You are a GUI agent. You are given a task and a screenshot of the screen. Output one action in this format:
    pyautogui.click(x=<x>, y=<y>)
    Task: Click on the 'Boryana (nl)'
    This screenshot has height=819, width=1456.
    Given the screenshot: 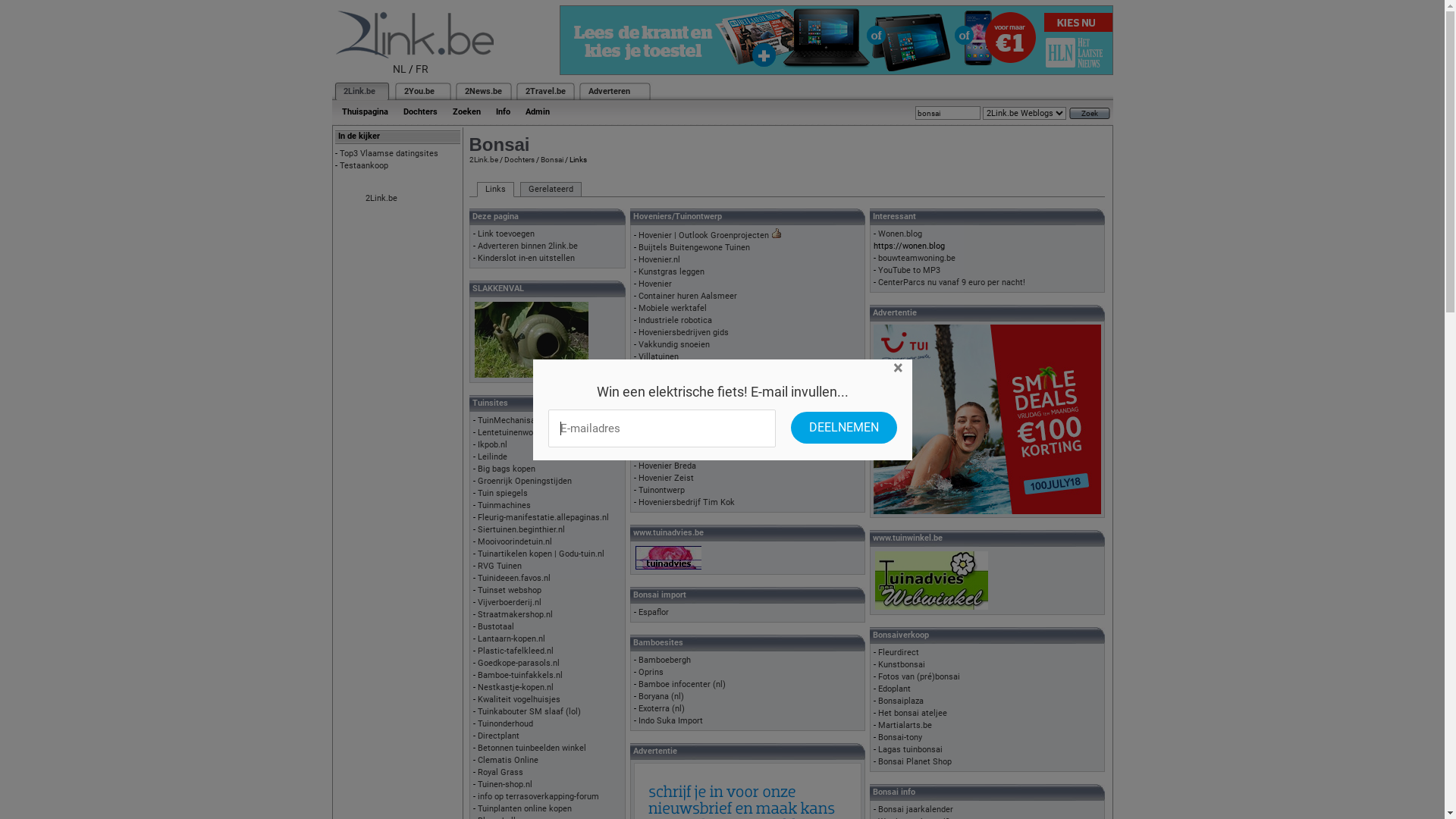 What is the action you would take?
    pyautogui.click(x=661, y=696)
    